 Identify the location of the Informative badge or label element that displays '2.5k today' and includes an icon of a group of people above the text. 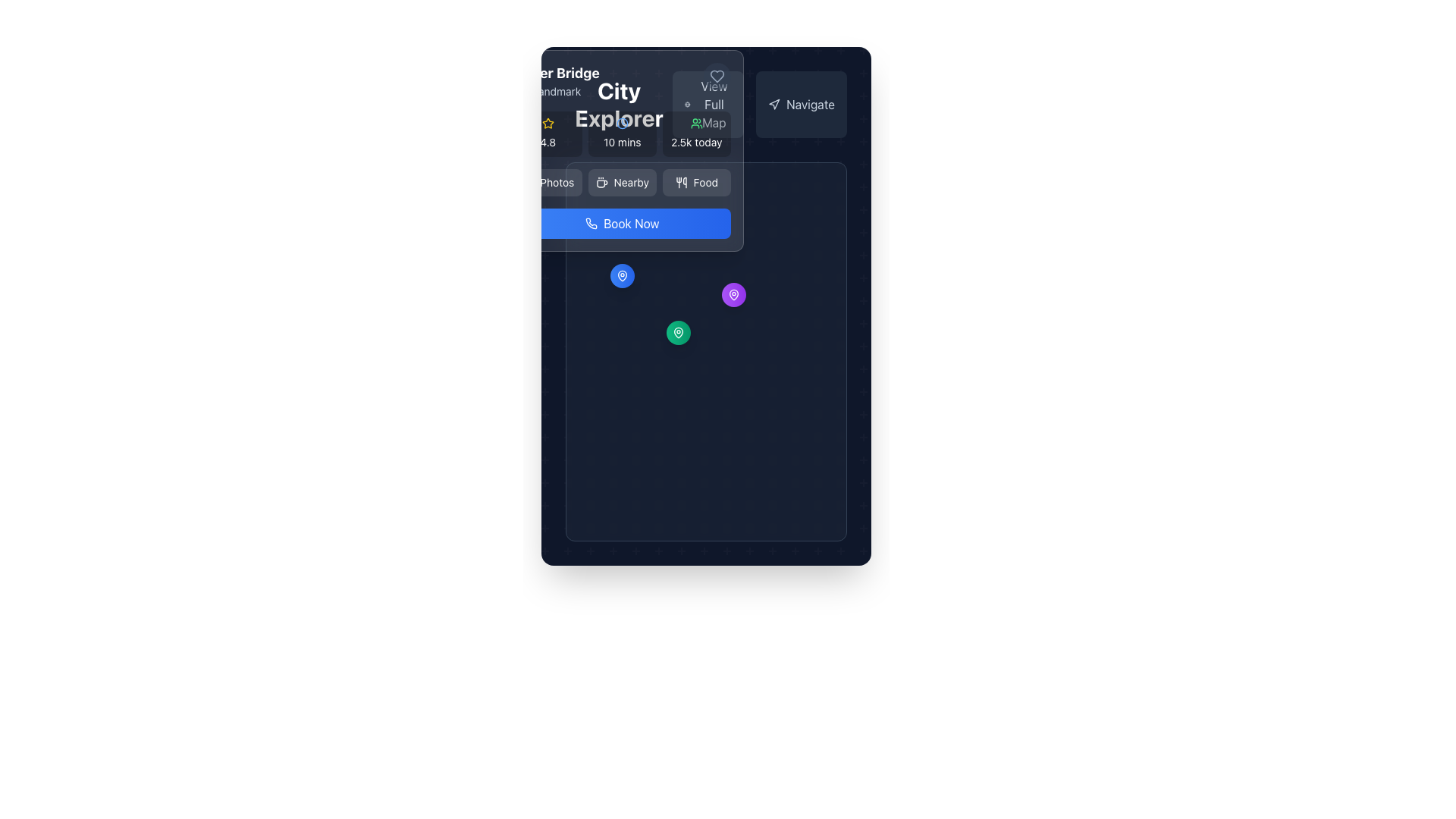
(695, 133).